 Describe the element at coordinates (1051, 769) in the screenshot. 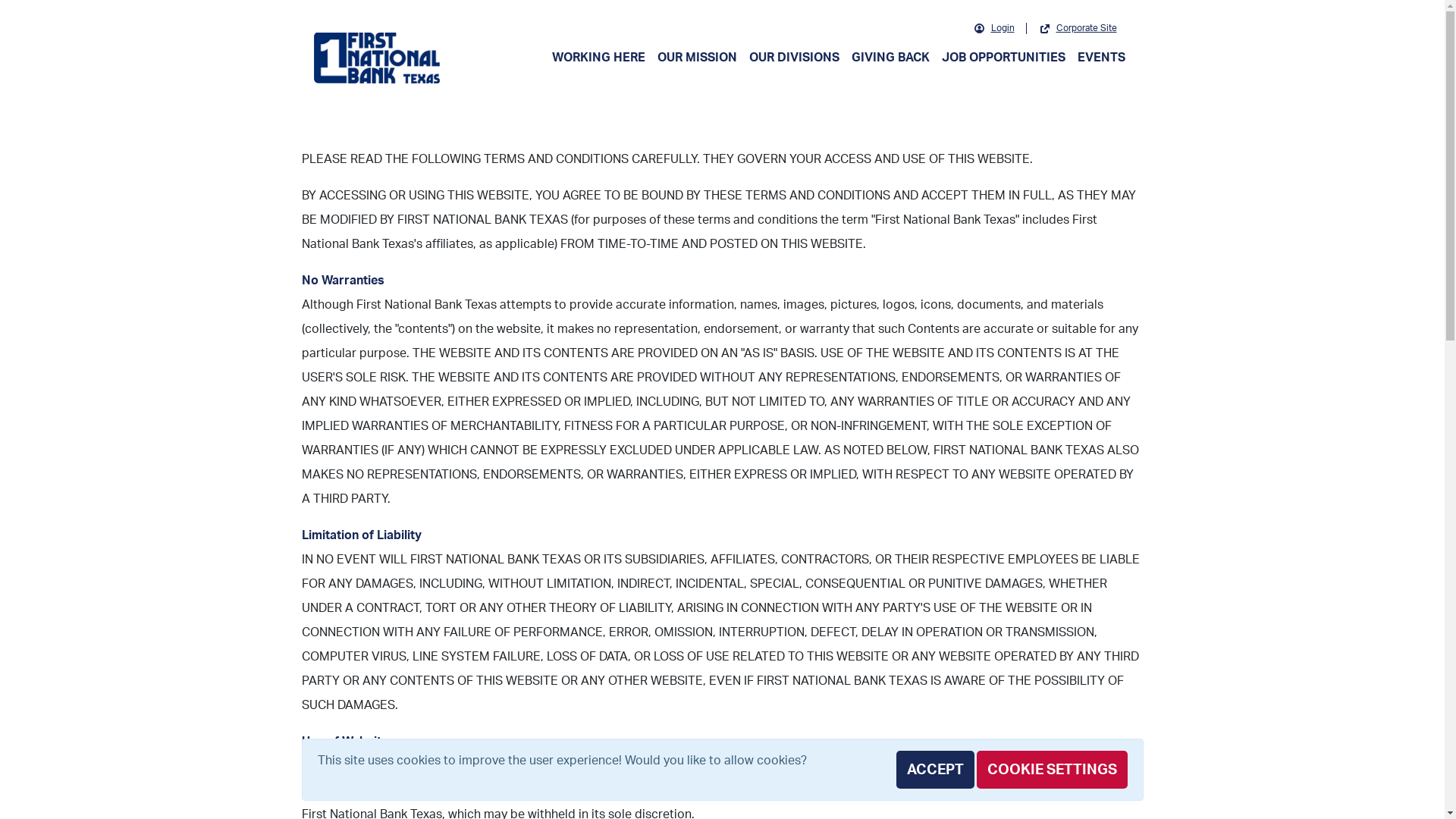

I see `'COOKIE SETTINGS'` at that location.